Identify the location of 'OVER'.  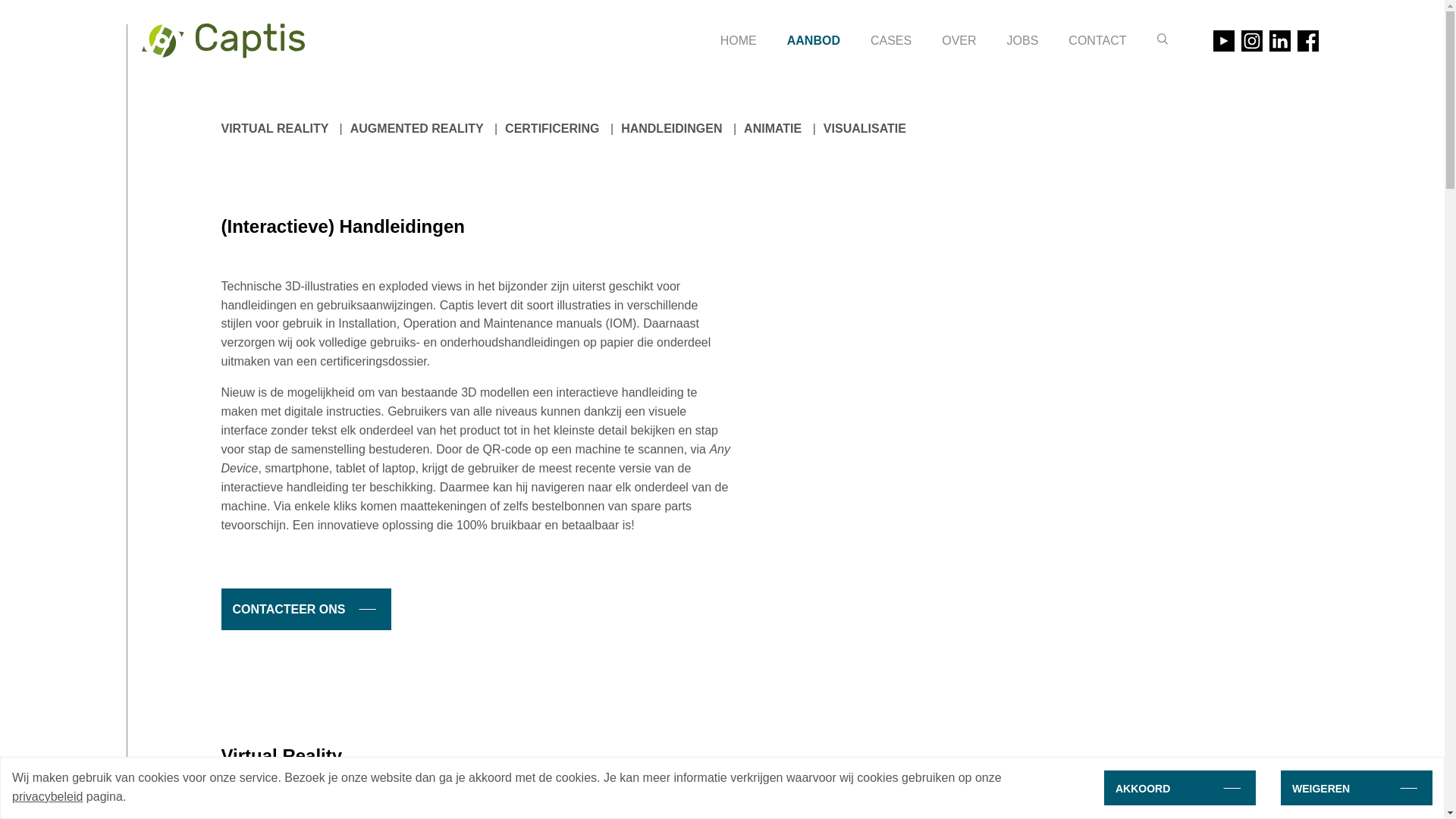
(958, 40).